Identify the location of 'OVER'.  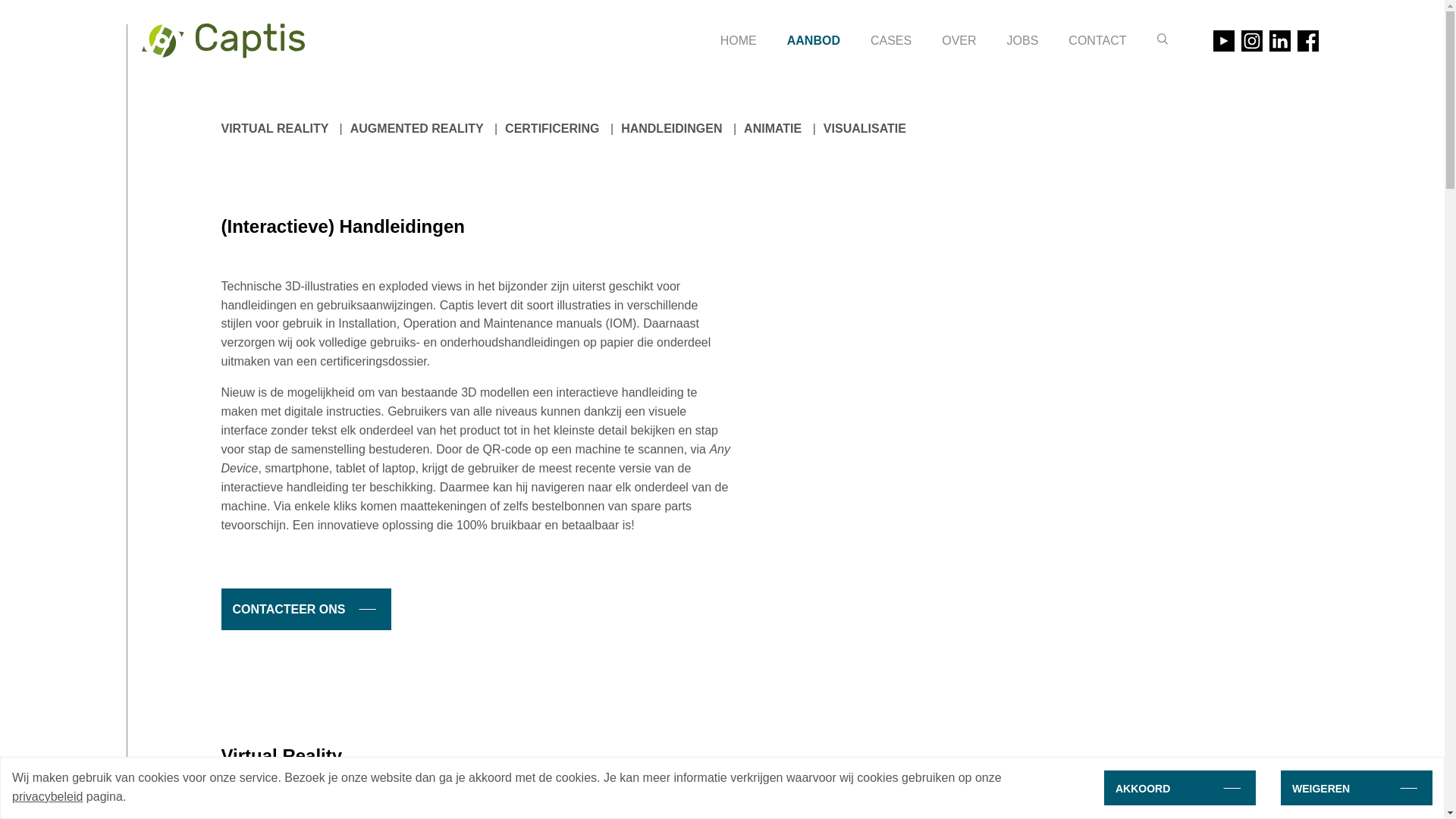
(958, 40).